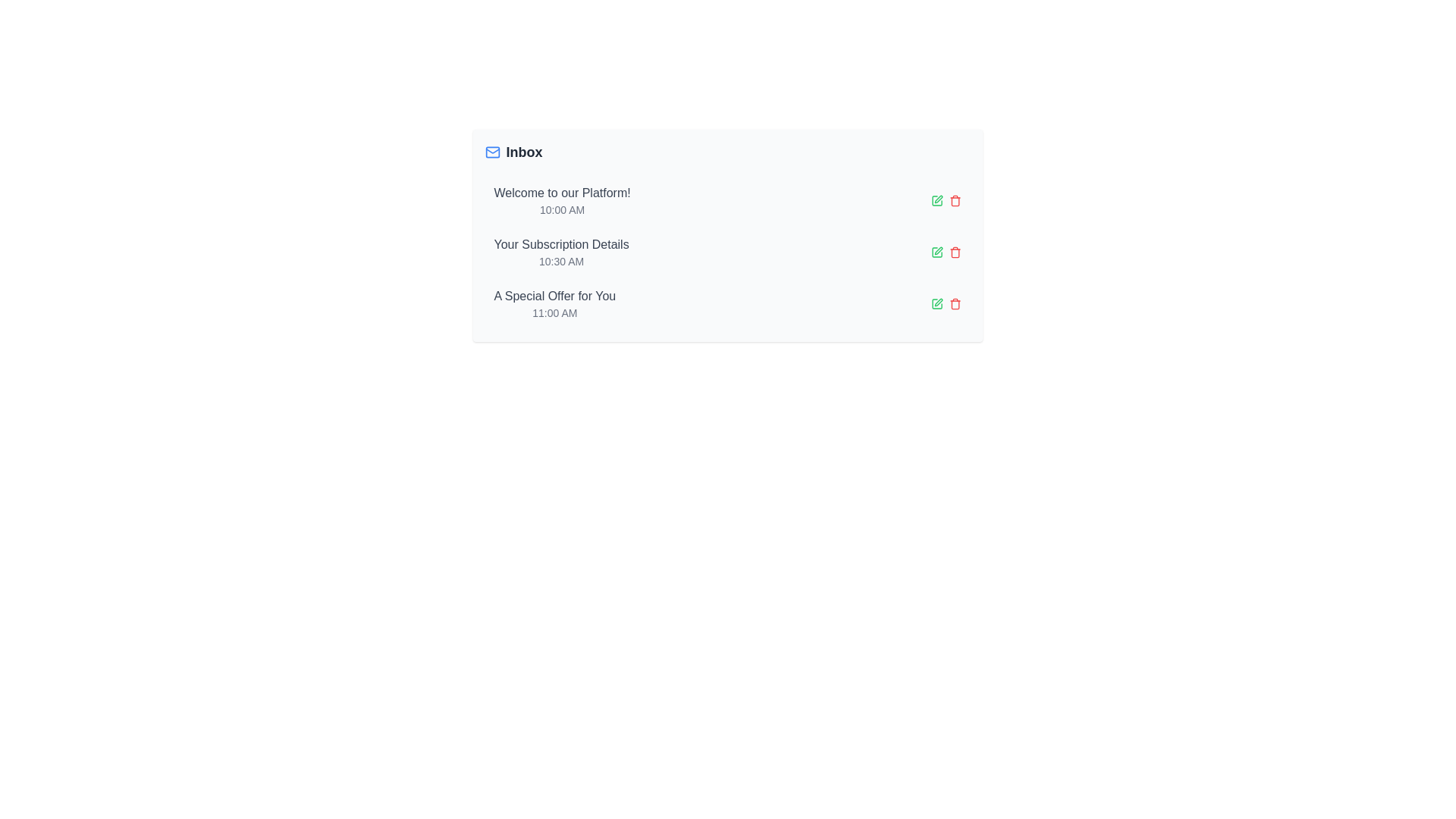 Image resolution: width=1456 pixels, height=819 pixels. I want to click on the pen icon representing the editing action located in the far right section of the first row in the Inbox interface, so click(937, 198).